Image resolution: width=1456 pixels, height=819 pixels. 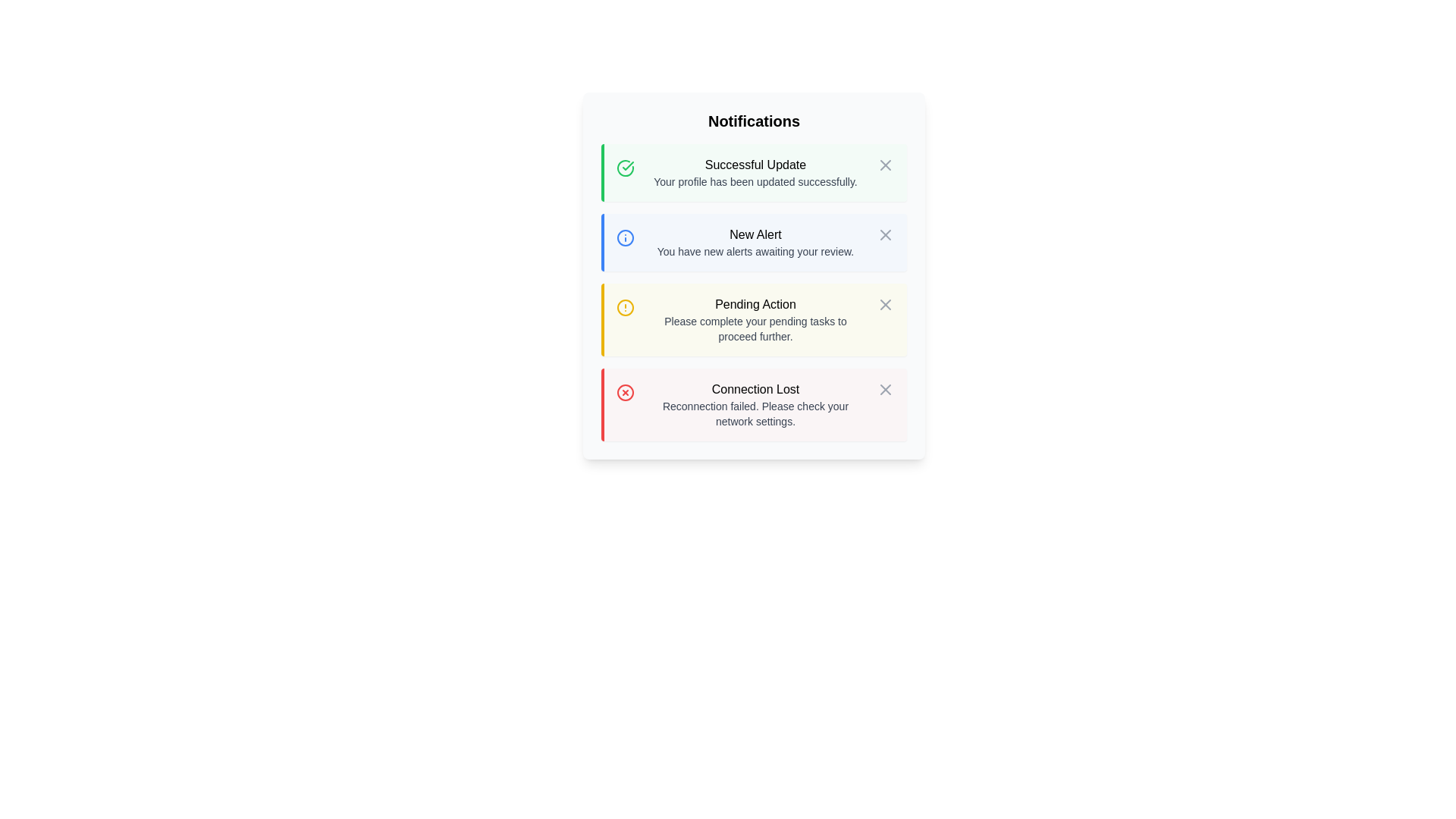 What do you see at coordinates (755, 171) in the screenshot?
I see `text content of the Notification Message Display that conveys a success notification about the user's profile update, located in the Notifications section` at bounding box center [755, 171].